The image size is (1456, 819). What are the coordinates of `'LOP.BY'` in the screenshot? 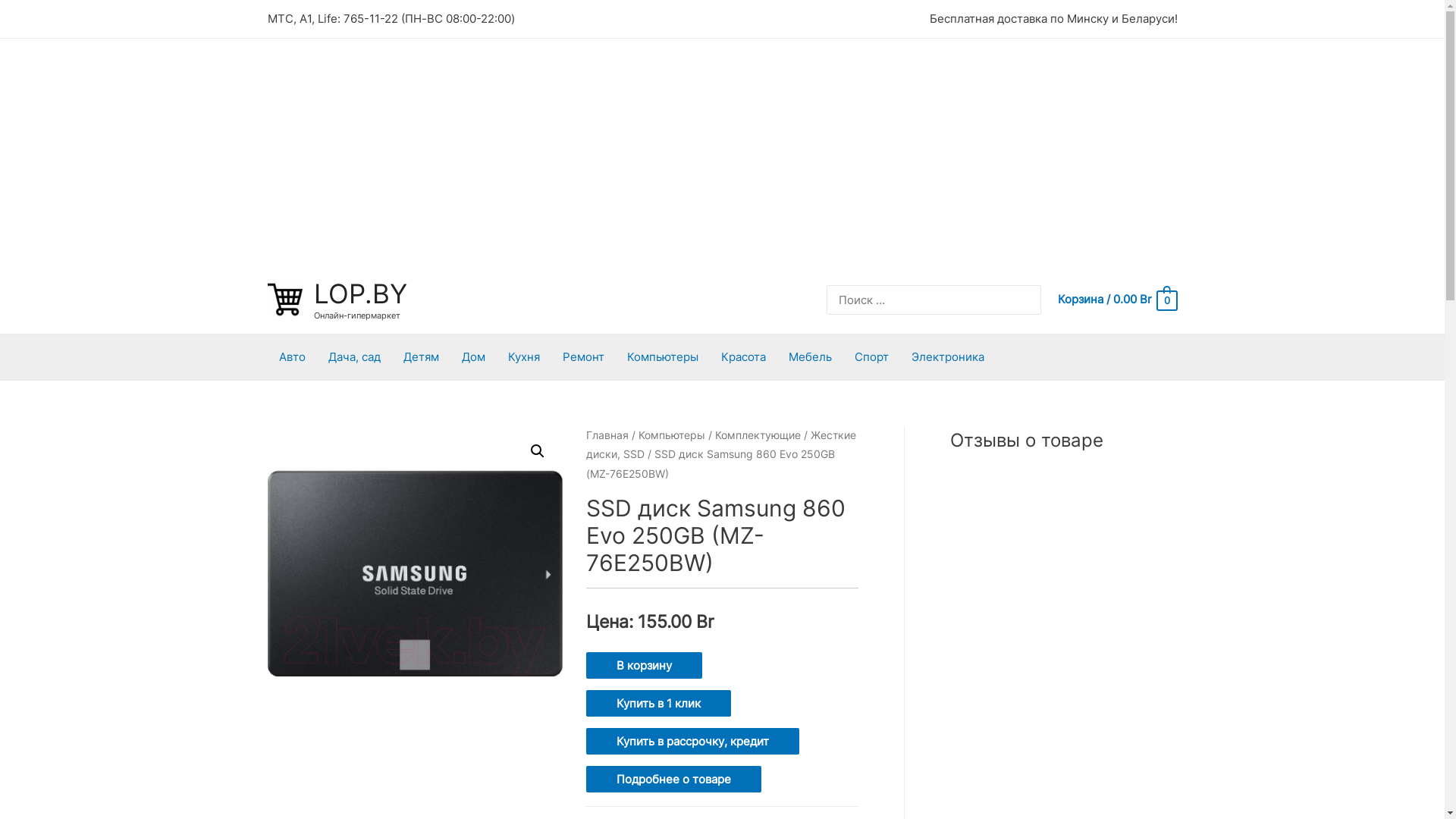 It's located at (312, 293).